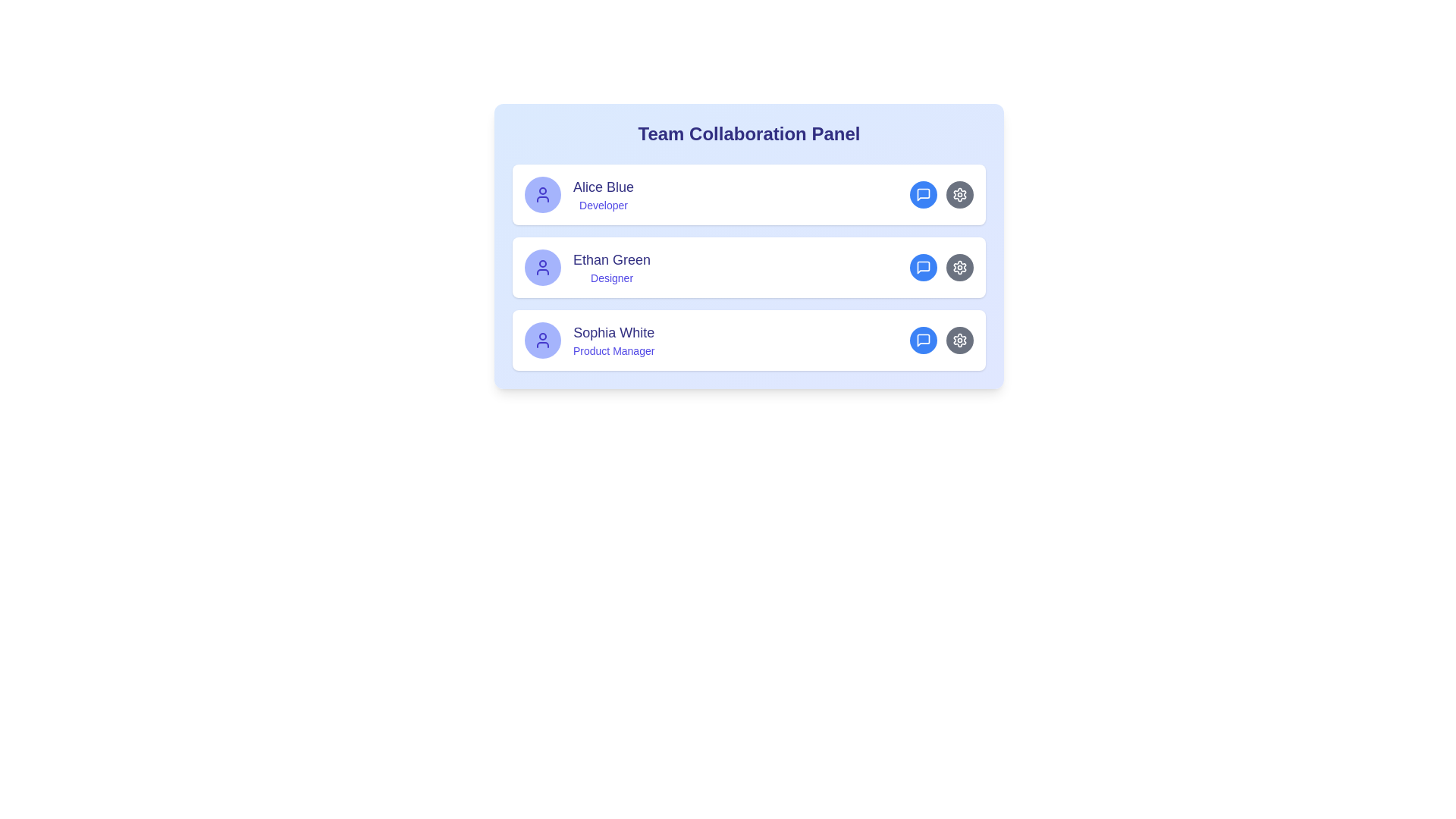  What do you see at coordinates (611, 278) in the screenshot?
I see `the text label 'Designer' that is indigo colored and located directly below the name 'Ethan Green' in the team member list` at bounding box center [611, 278].